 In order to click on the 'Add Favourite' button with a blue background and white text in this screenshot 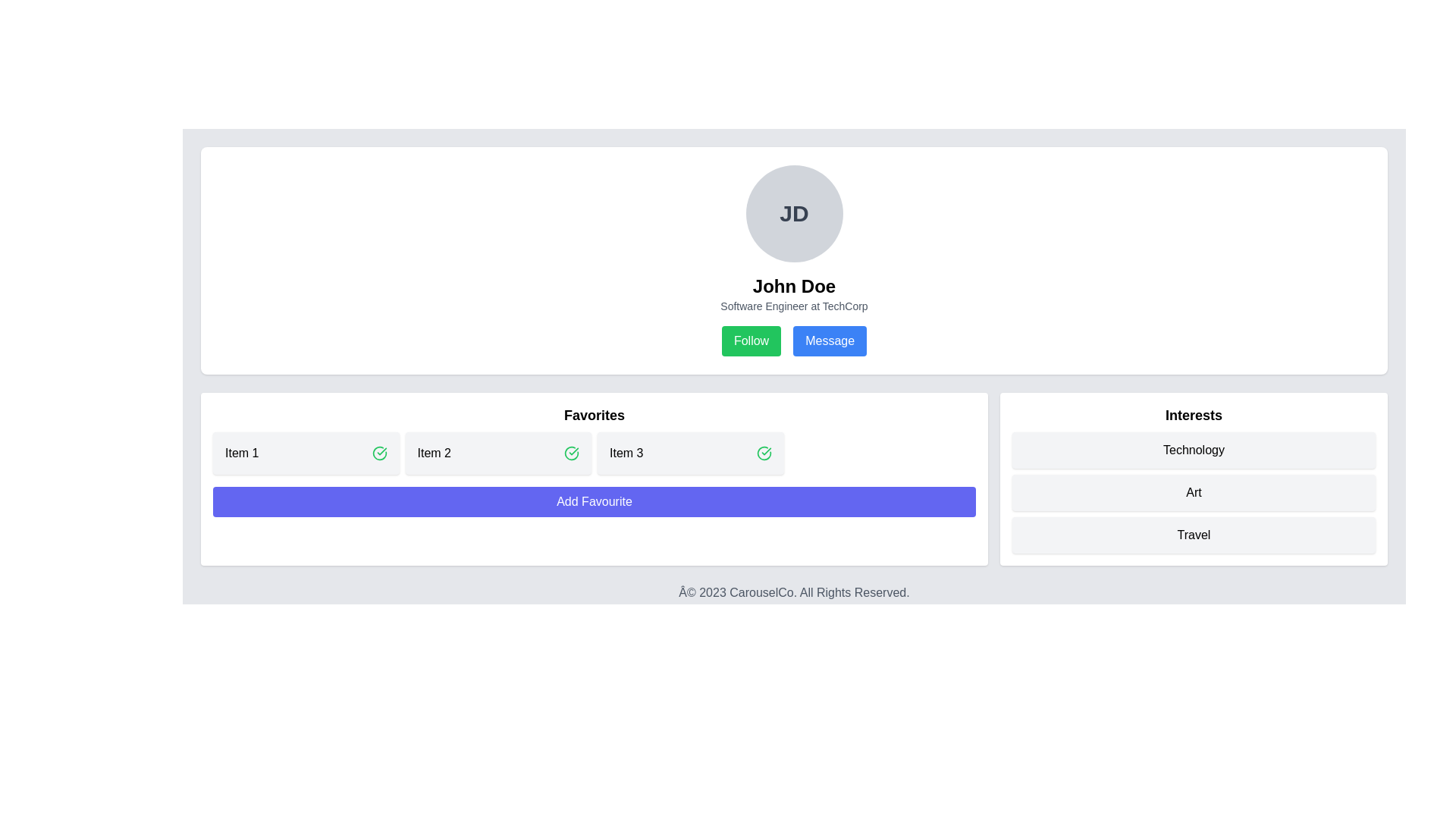, I will do `click(593, 502)`.